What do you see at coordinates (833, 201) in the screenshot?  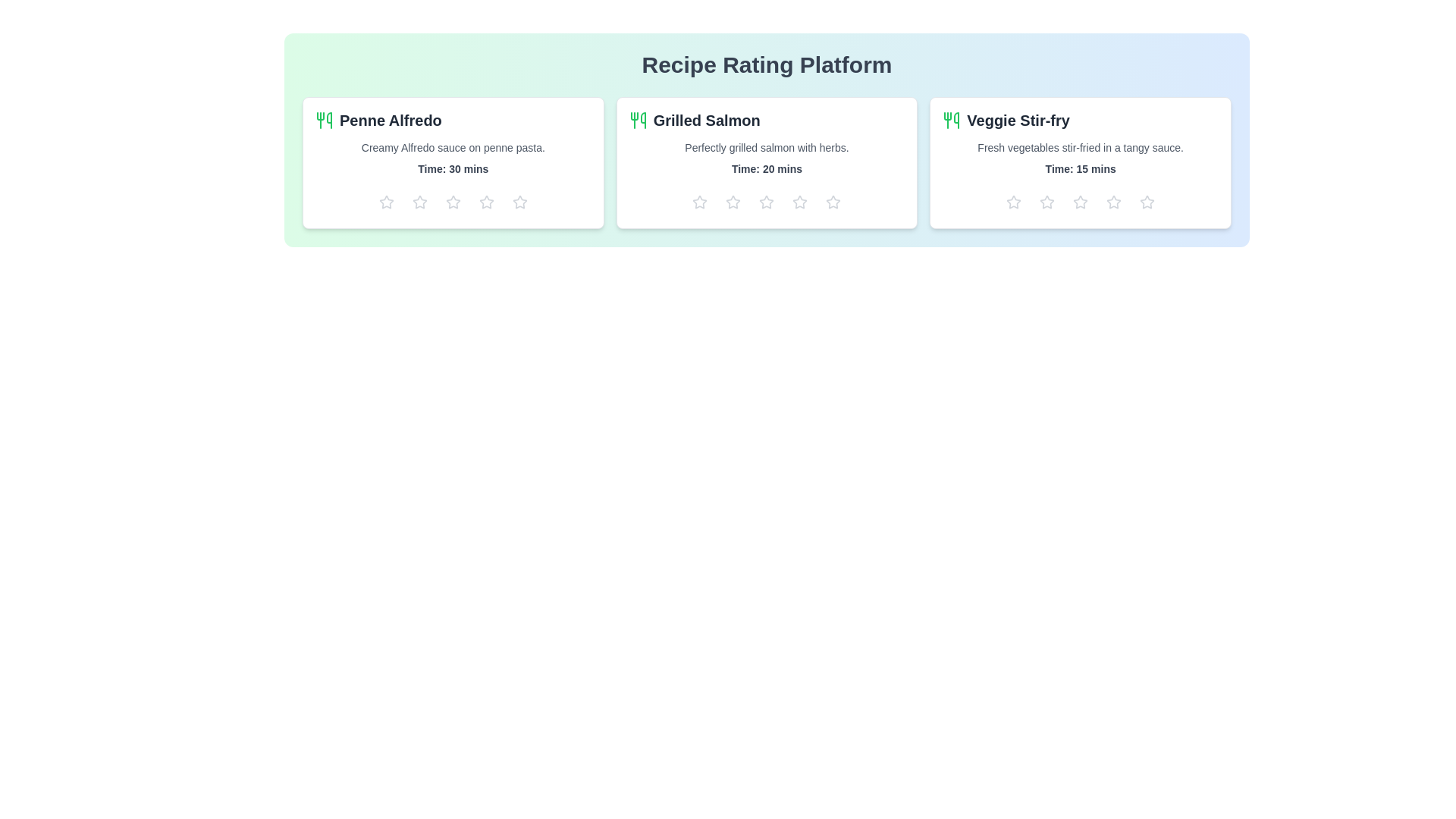 I see `the star icon to set the rating to 5 for the recipe Grilled Salmon` at bounding box center [833, 201].